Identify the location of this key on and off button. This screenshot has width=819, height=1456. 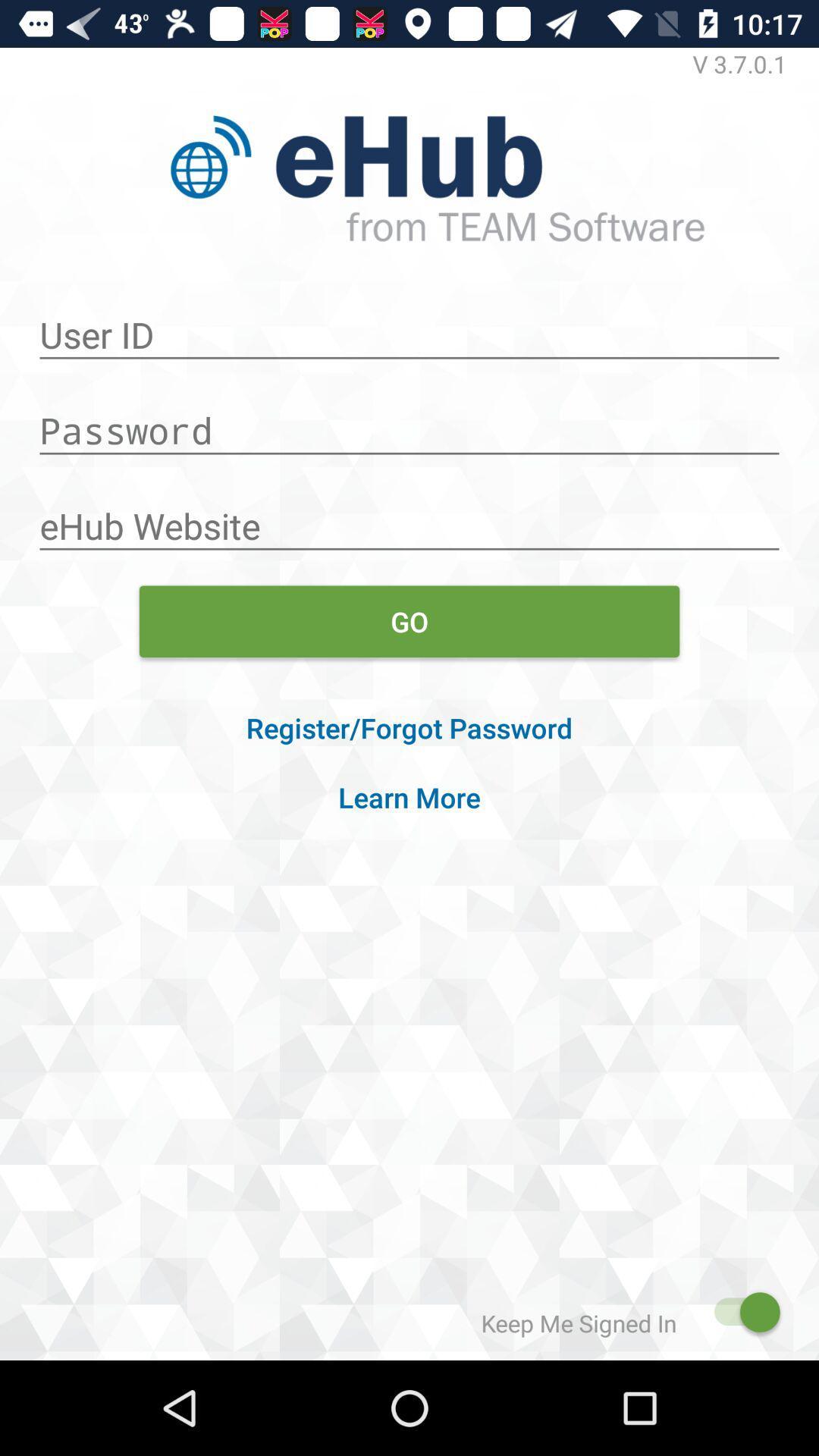
(739, 1311).